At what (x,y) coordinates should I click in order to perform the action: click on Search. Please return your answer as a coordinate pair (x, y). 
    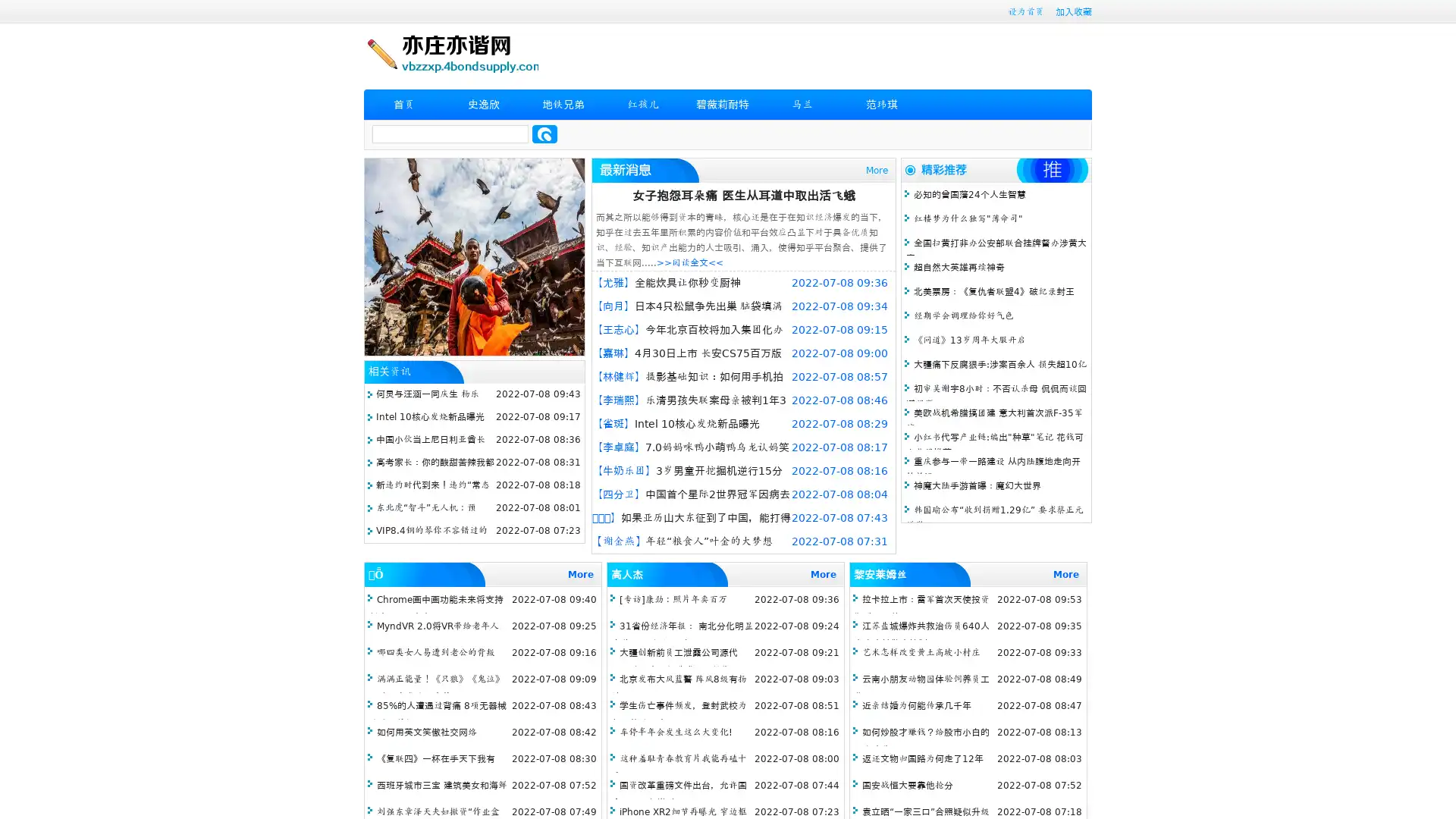
    Looking at the image, I should click on (544, 133).